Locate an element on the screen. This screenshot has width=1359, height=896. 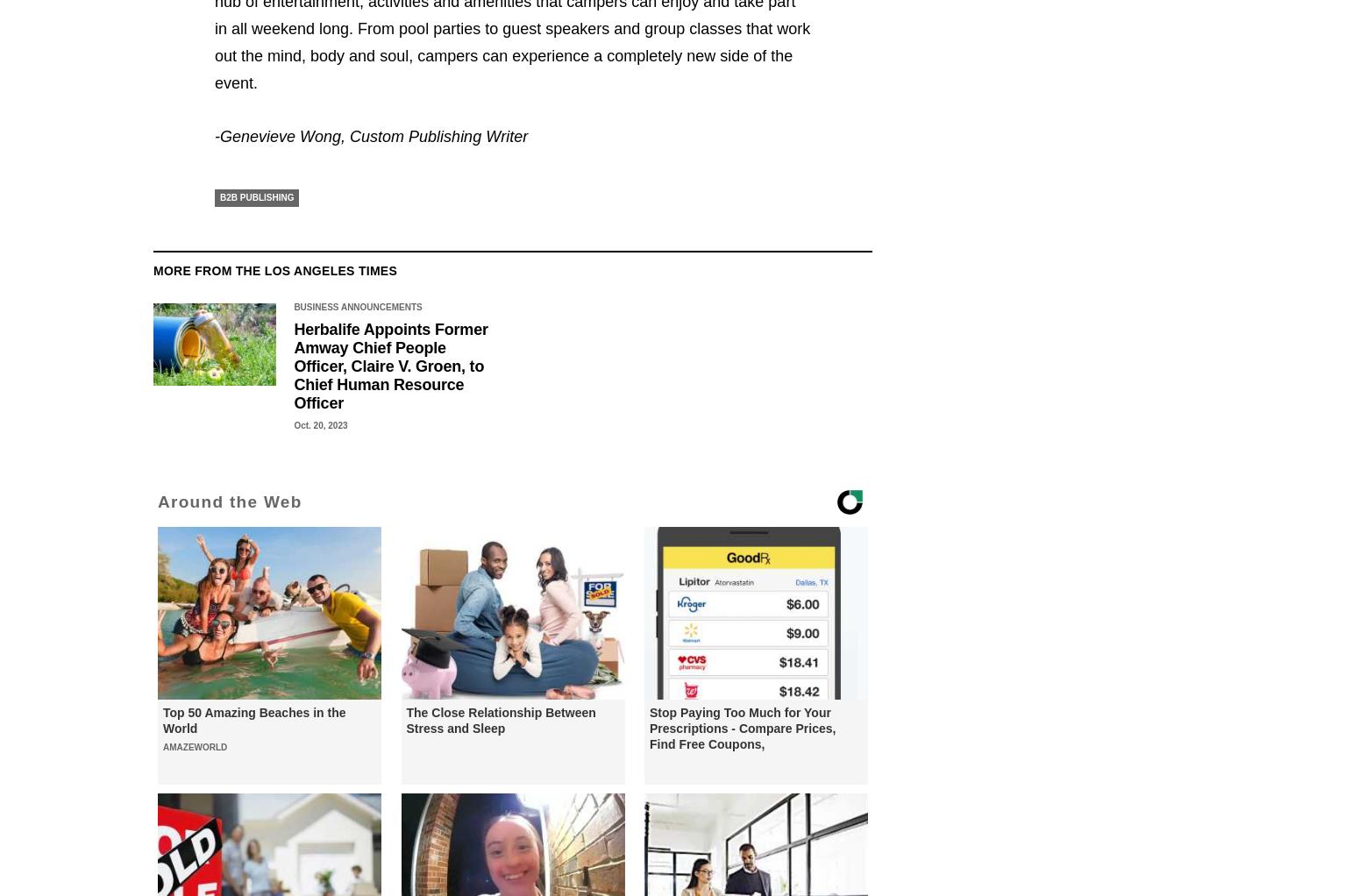
'More From the Los Angeles Times' is located at coordinates (274, 269).